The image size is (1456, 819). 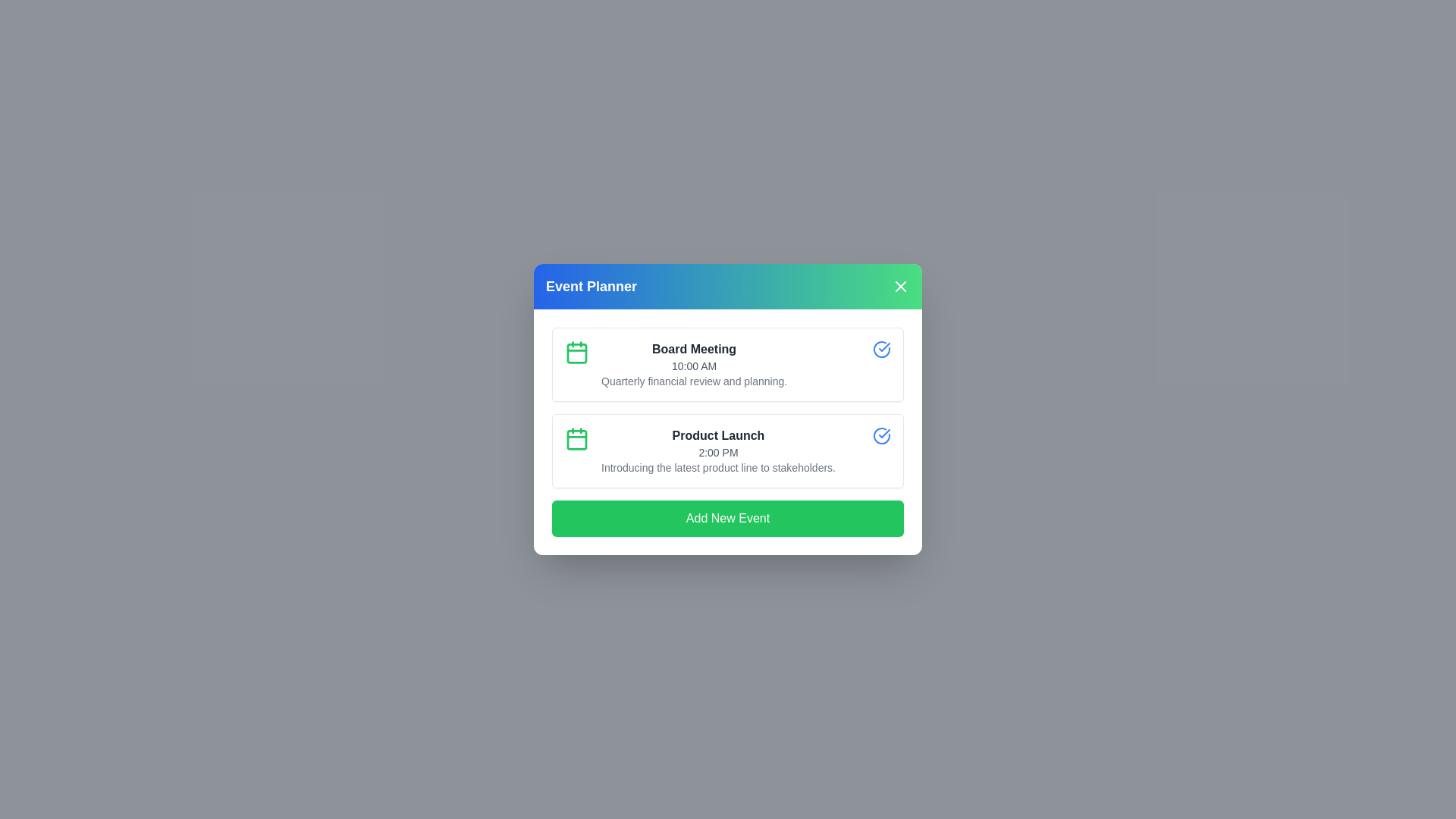 What do you see at coordinates (884, 433) in the screenshot?
I see `the checkmark icon with a blue stroke, located in the top-right corner of the upper event entry for 'Board Meeting'` at bounding box center [884, 433].